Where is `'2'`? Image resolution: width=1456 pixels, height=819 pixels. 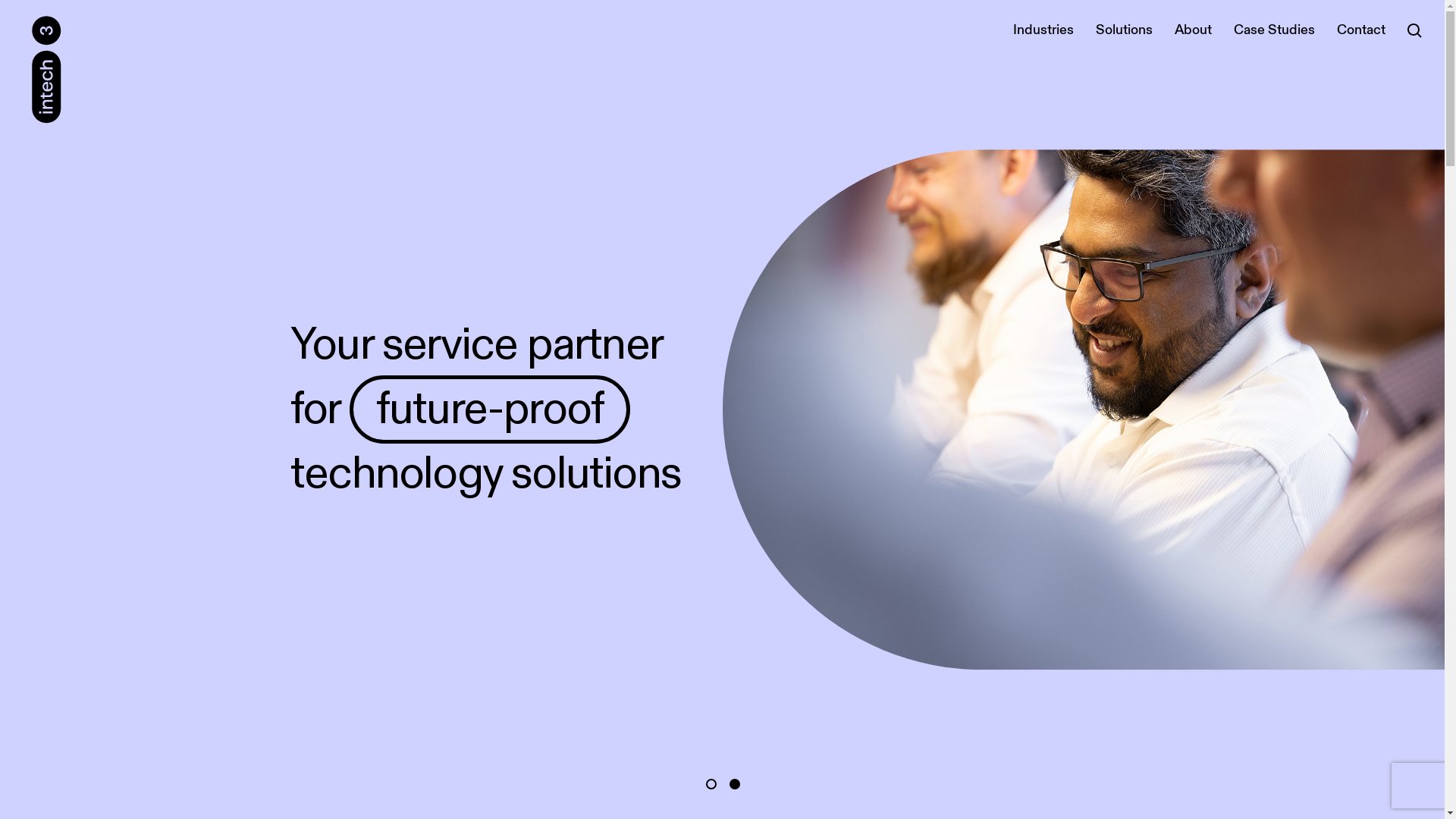
'2' is located at coordinates (729, 783).